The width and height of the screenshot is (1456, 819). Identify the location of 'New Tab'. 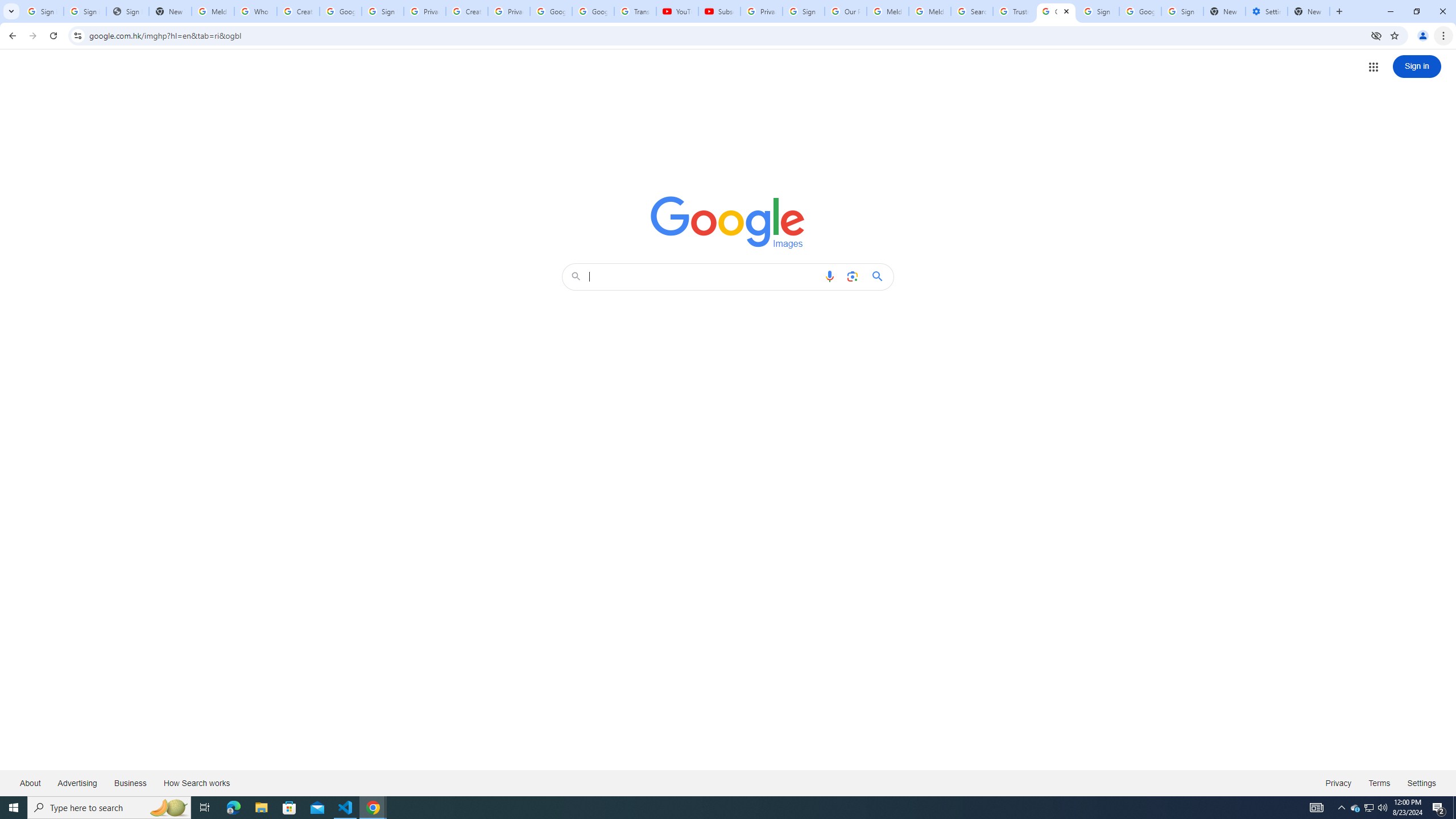
(1308, 11).